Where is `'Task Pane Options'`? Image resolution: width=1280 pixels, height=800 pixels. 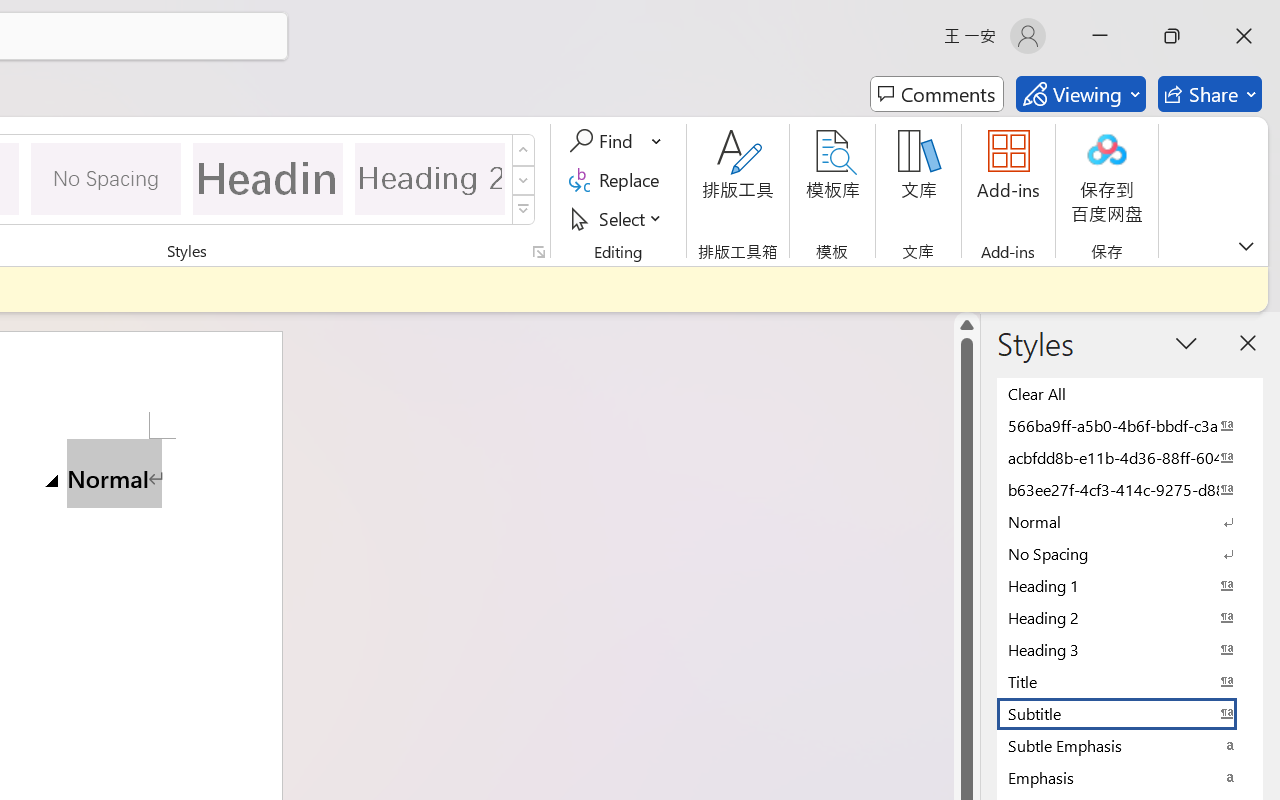 'Task Pane Options' is located at coordinates (1187, 343).